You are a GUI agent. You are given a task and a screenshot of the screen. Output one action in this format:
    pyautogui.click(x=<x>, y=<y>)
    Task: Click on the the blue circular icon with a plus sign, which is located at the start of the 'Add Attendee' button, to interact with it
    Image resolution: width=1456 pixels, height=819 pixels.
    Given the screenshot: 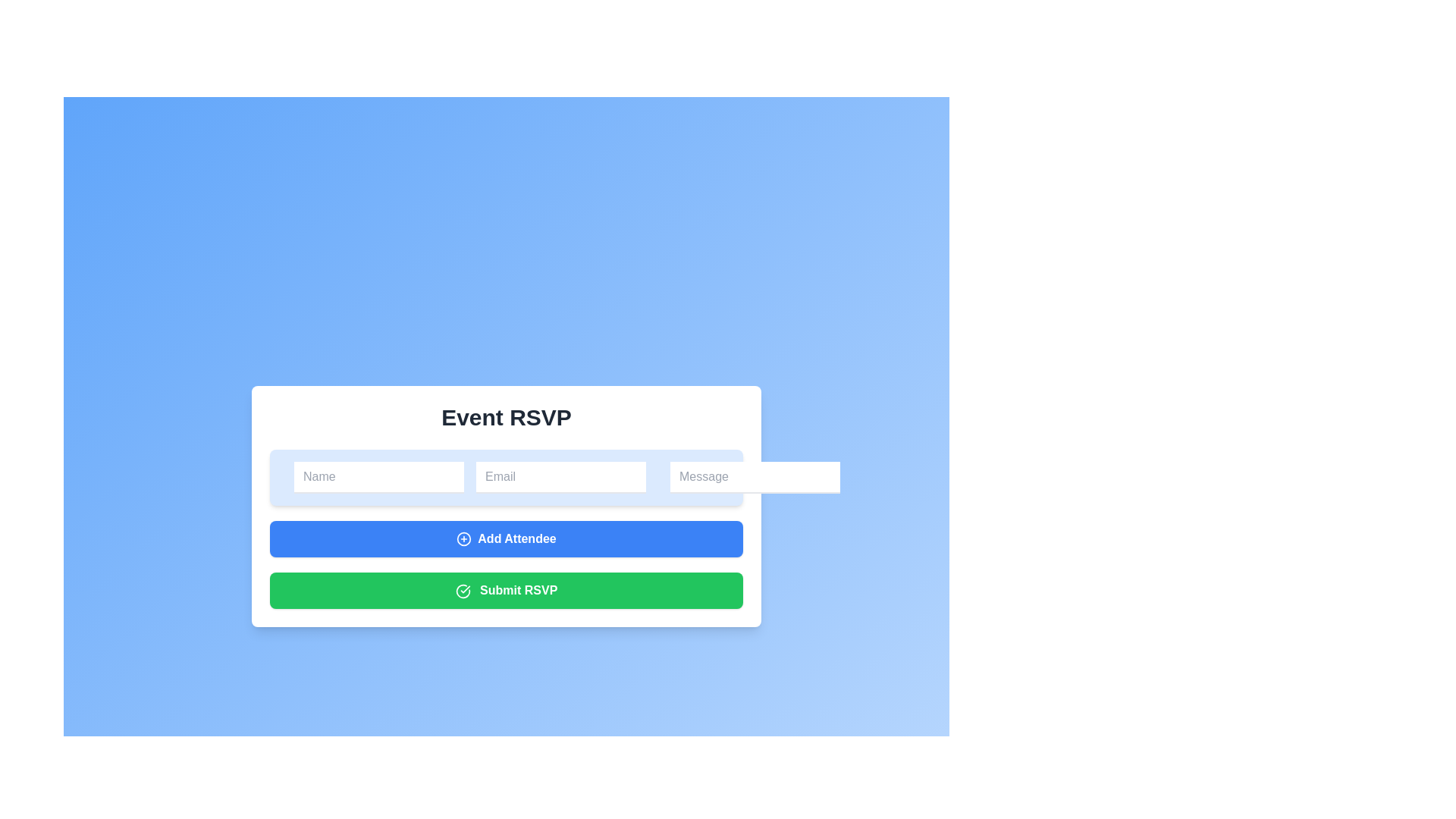 What is the action you would take?
    pyautogui.click(x=463, y=538)
    